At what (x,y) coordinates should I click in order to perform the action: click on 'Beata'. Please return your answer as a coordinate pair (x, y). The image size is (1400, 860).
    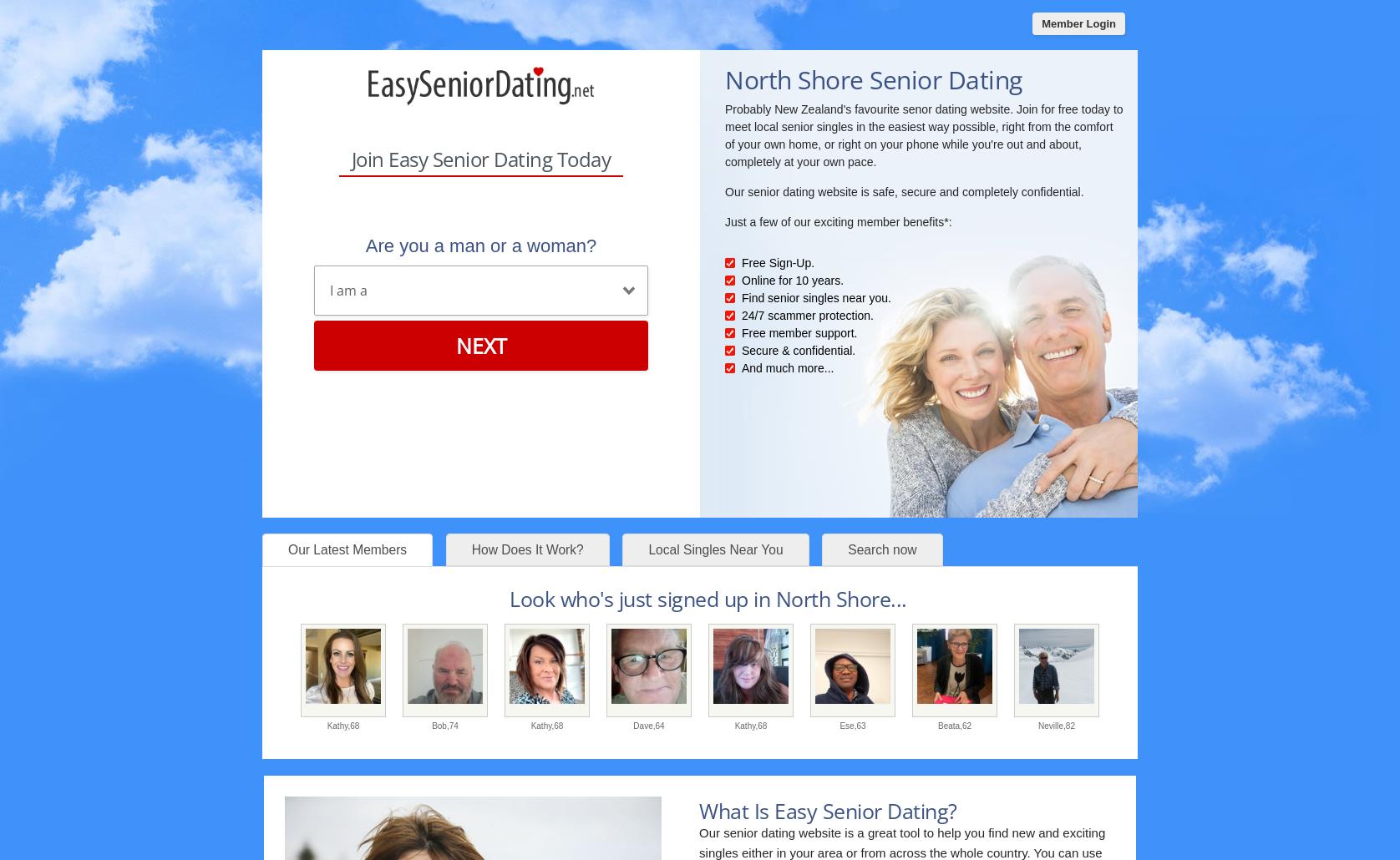
    Looking at the image, I should click on (936, 725).